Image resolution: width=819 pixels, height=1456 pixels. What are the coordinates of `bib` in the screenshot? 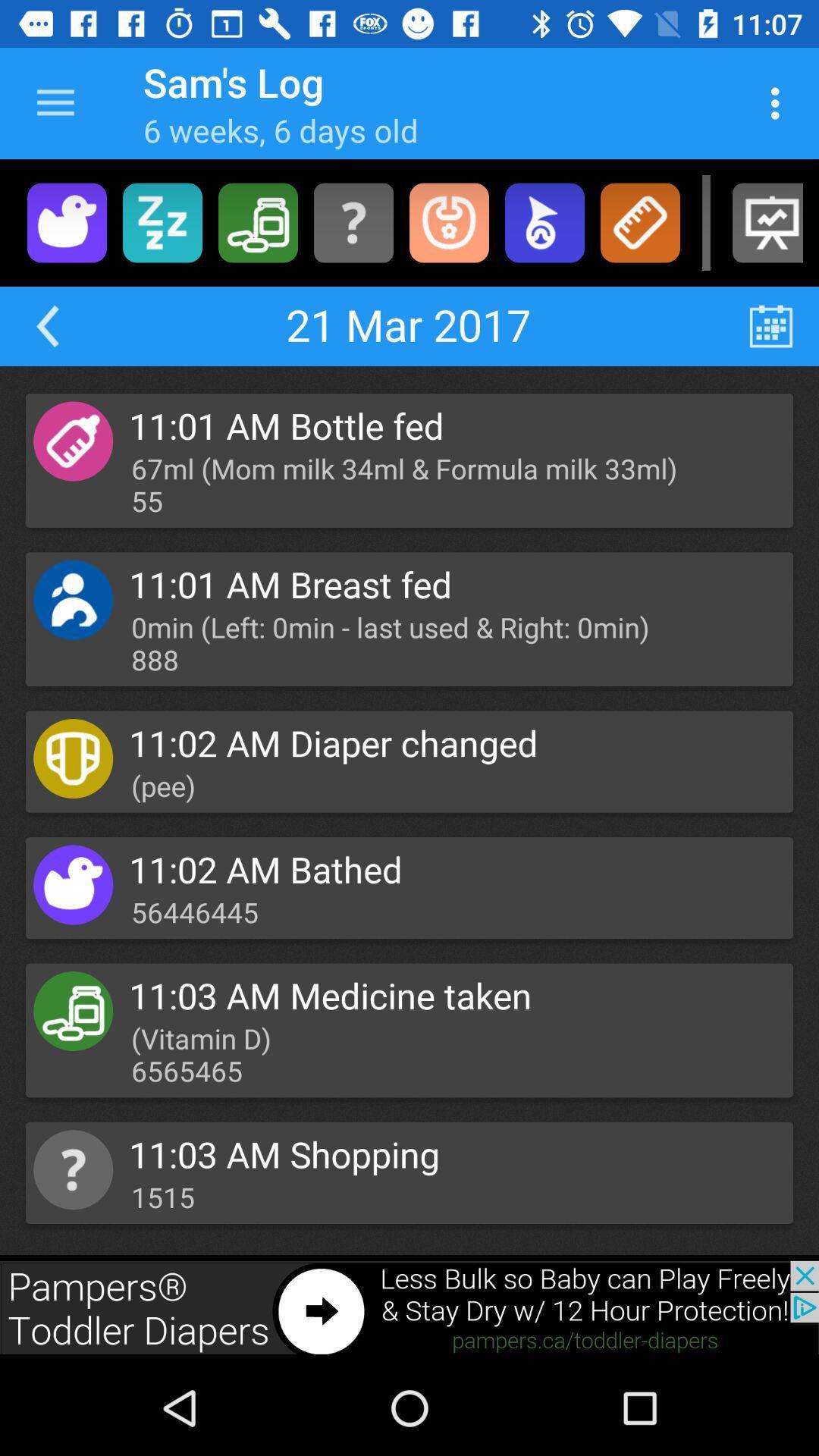 It's located at (448, 221).